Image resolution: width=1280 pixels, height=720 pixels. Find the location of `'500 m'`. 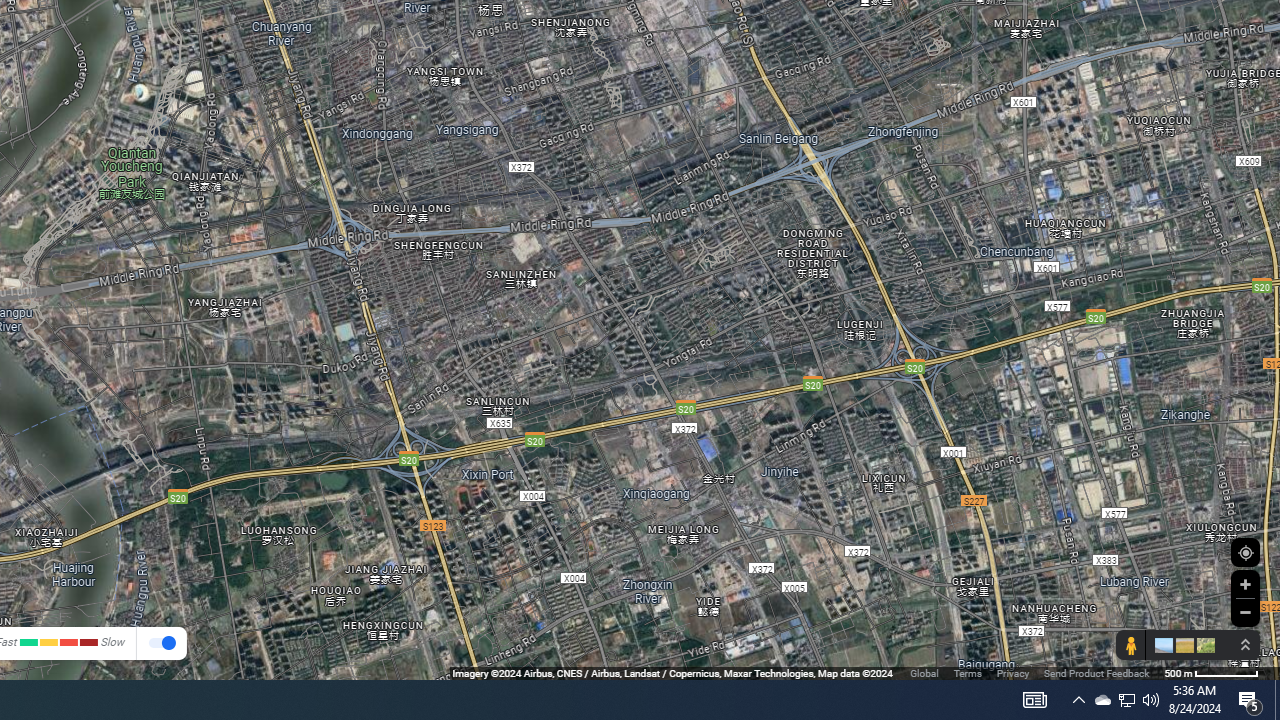

'500 m' is located at coordinates (1210, 673).